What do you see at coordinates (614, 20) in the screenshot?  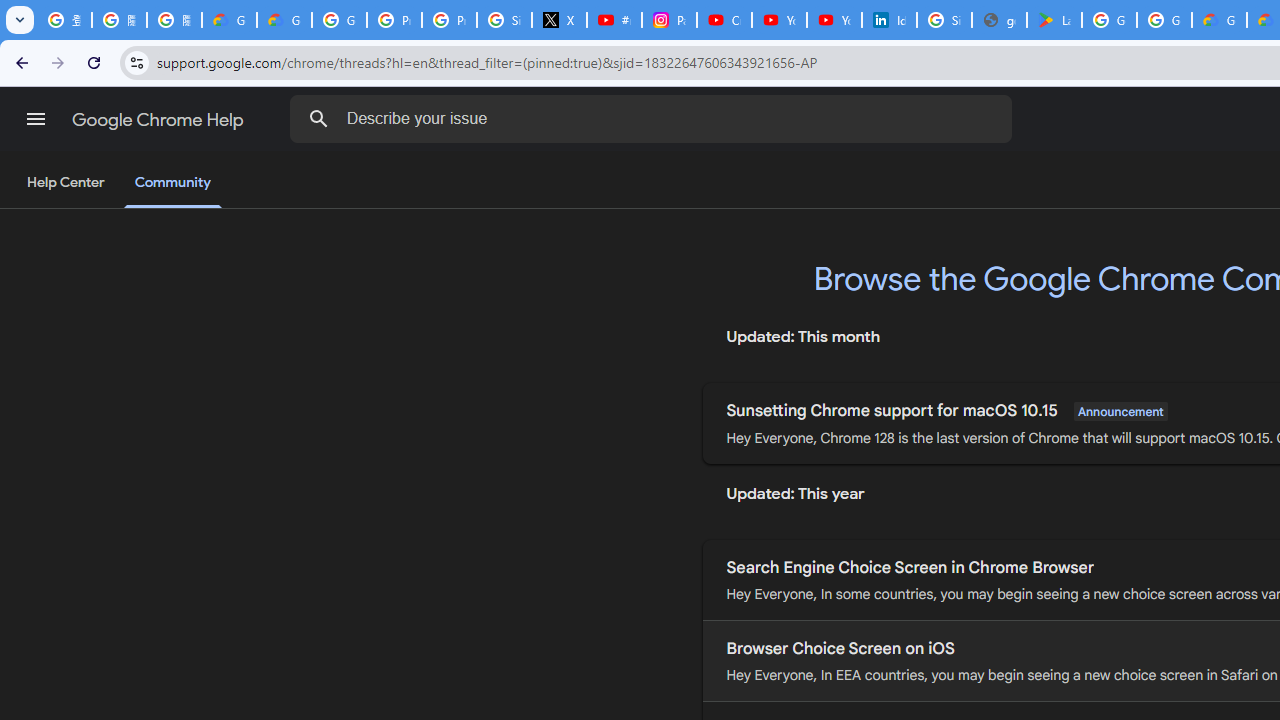 I see `'#nbabasketballhighlights - YouTube'` at bounding box center [614, 20].